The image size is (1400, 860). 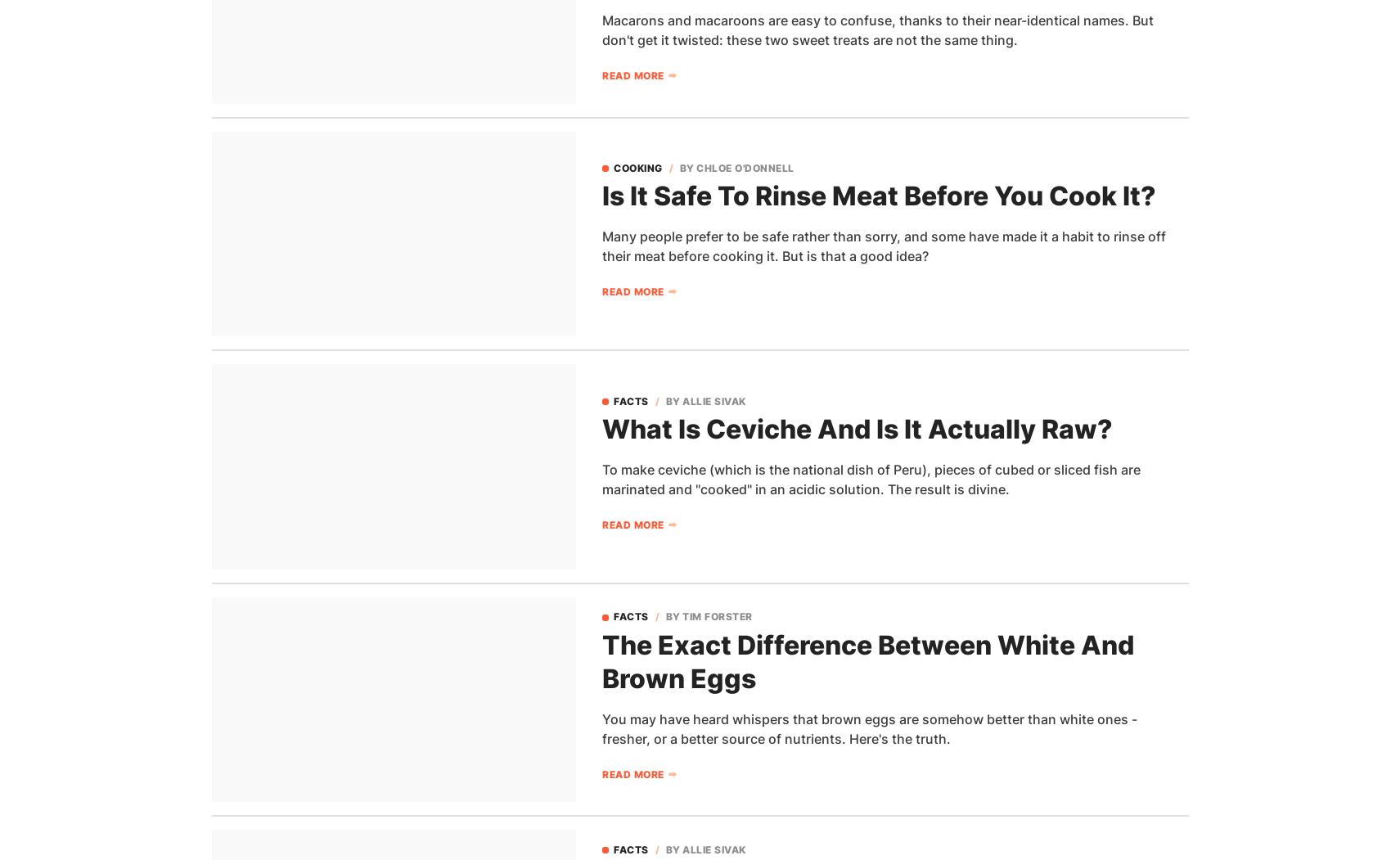 What do you see at coordinates (637, 166) in the screenshot?
I see `'Cooking'` at bounding box center [637, 166].